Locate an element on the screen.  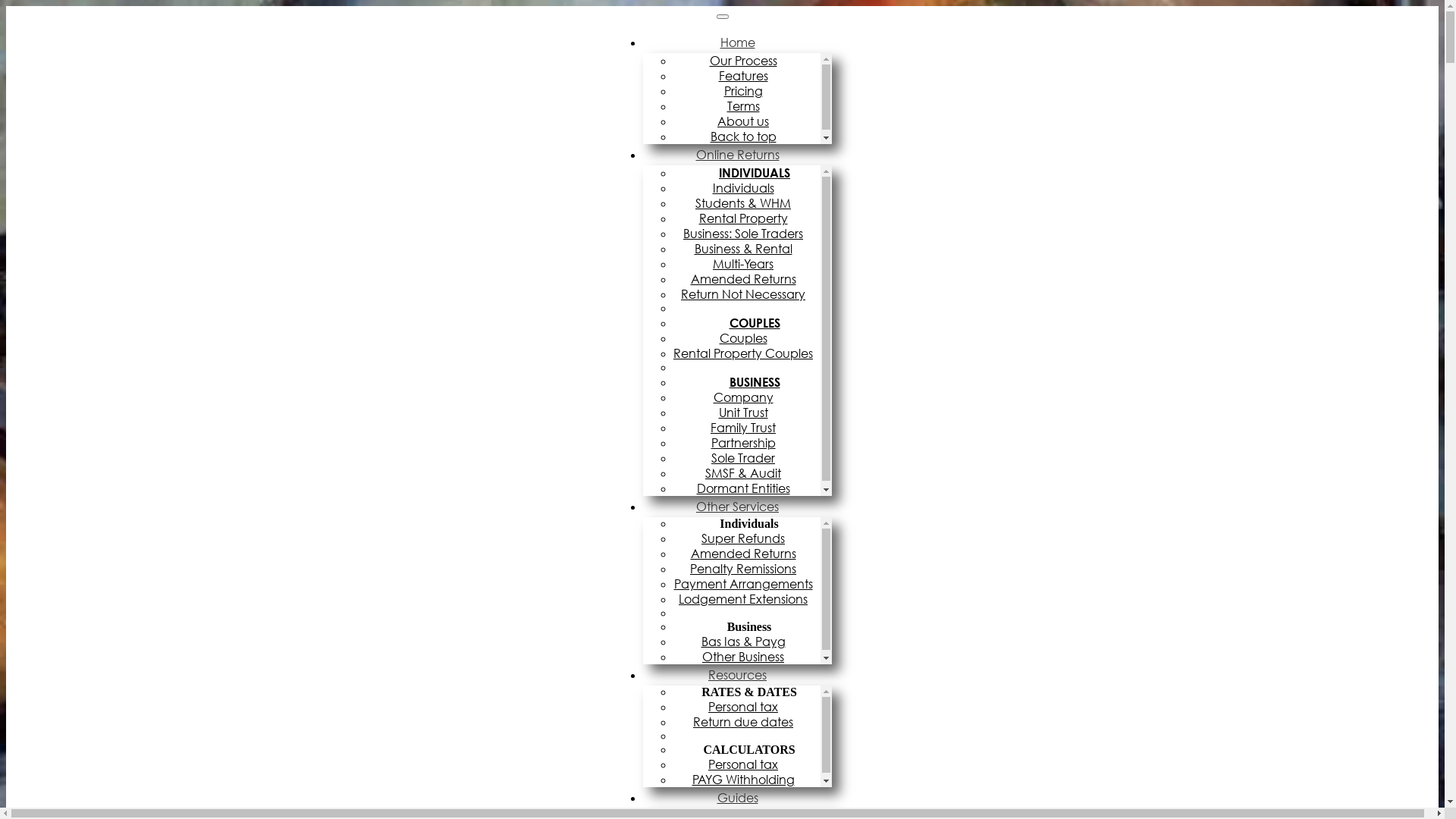
'Unit Trust' is located at coordinates (747, 412).